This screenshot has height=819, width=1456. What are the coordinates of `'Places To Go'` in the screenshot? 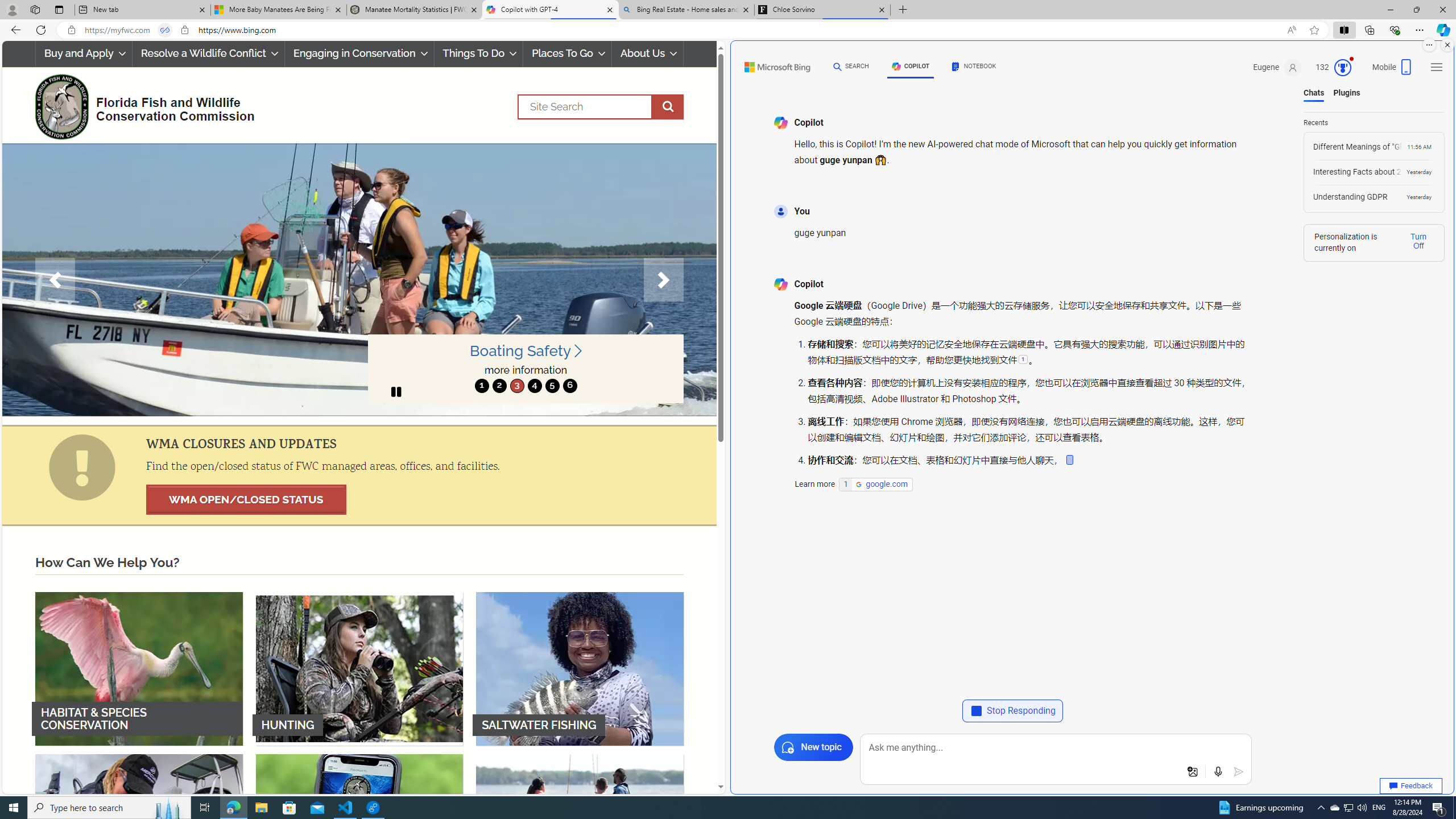 It's located at (566, 53).